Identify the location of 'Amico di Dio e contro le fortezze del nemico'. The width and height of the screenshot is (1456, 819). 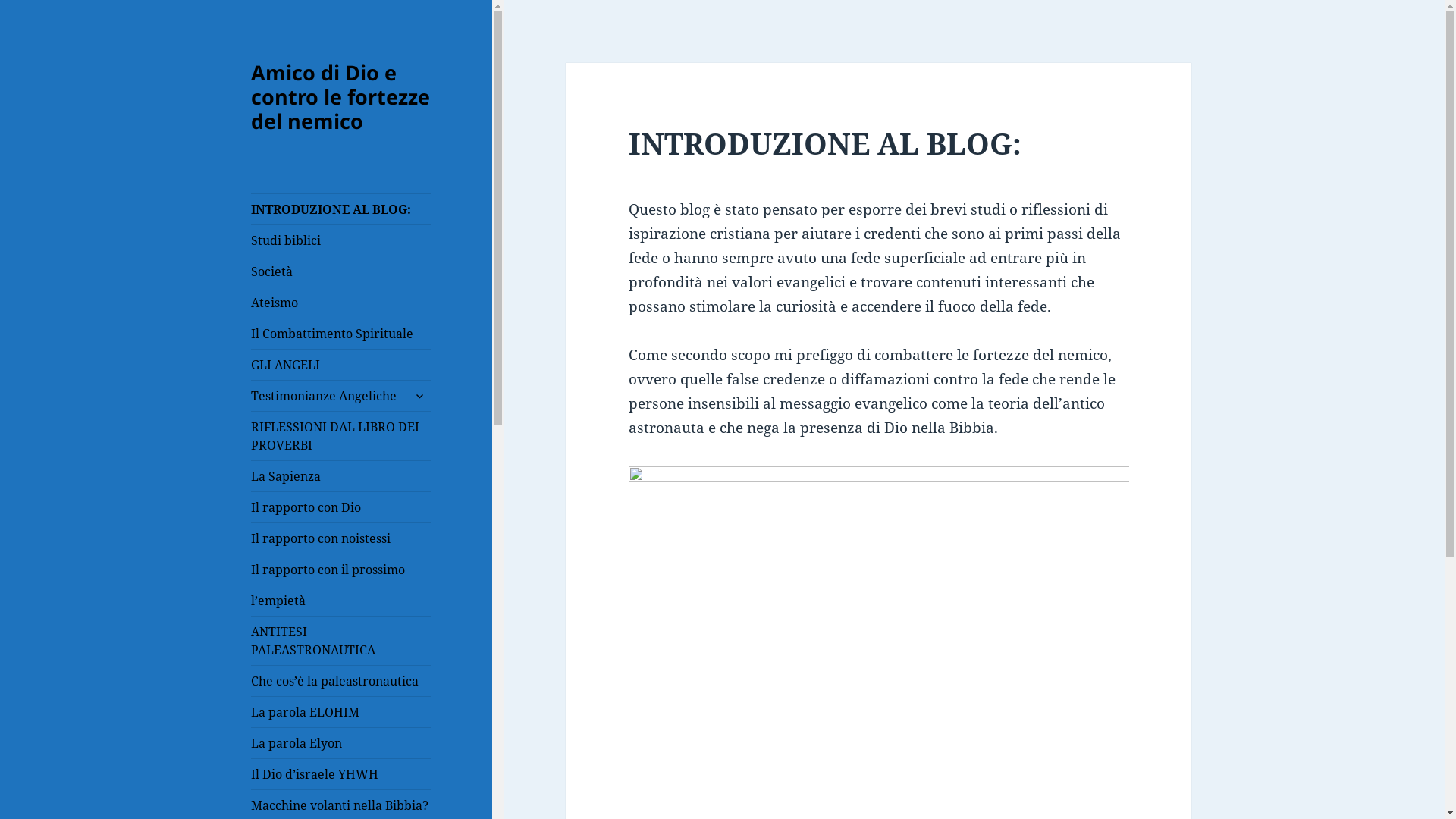
(340, 96).